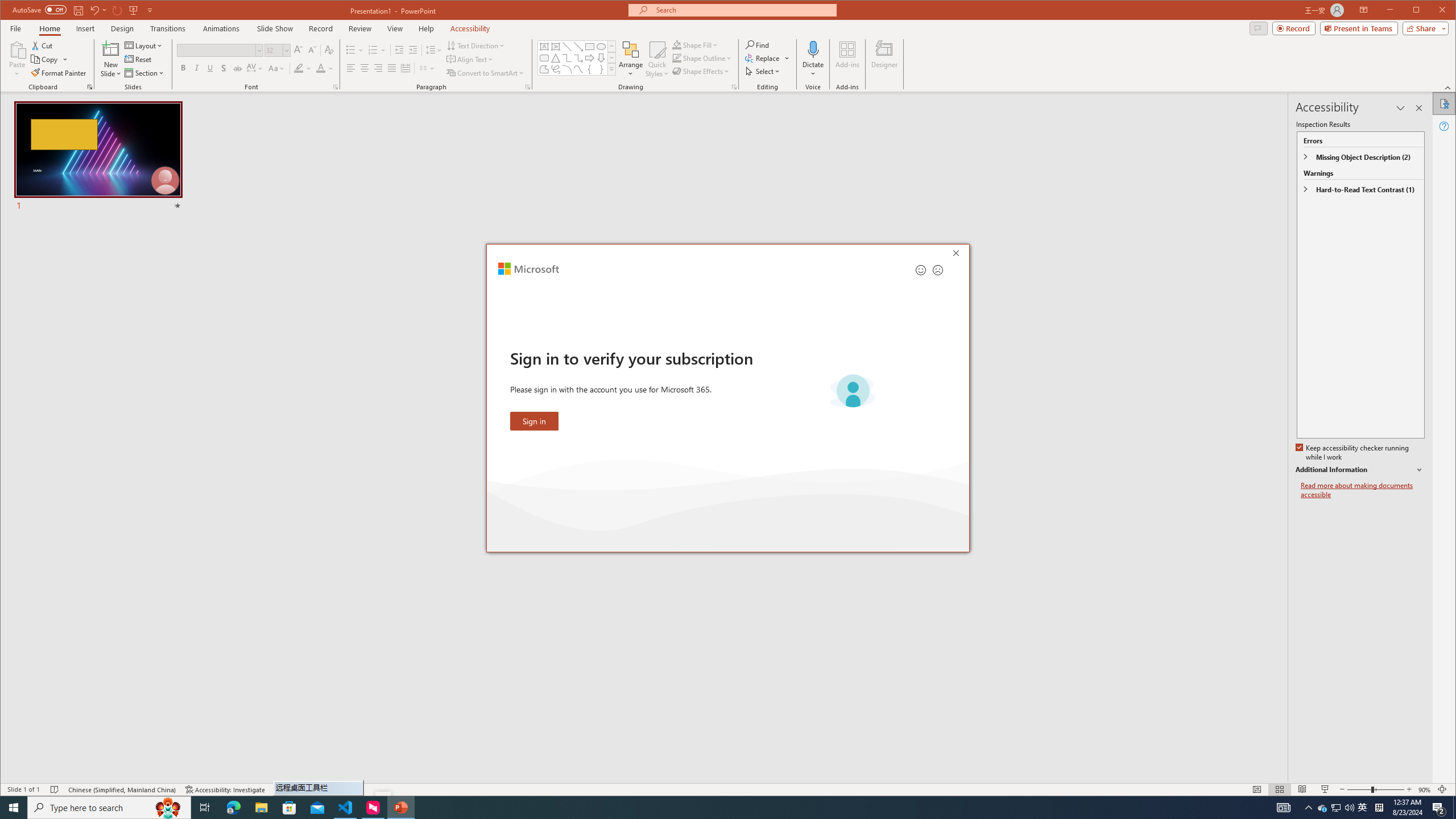 The height and width of the screenshot is (819, 1456). What do you see at coordinates (233, 806) in the screenshot?
I see `'Microsoft Edge'` at bounding box center [233, 806].